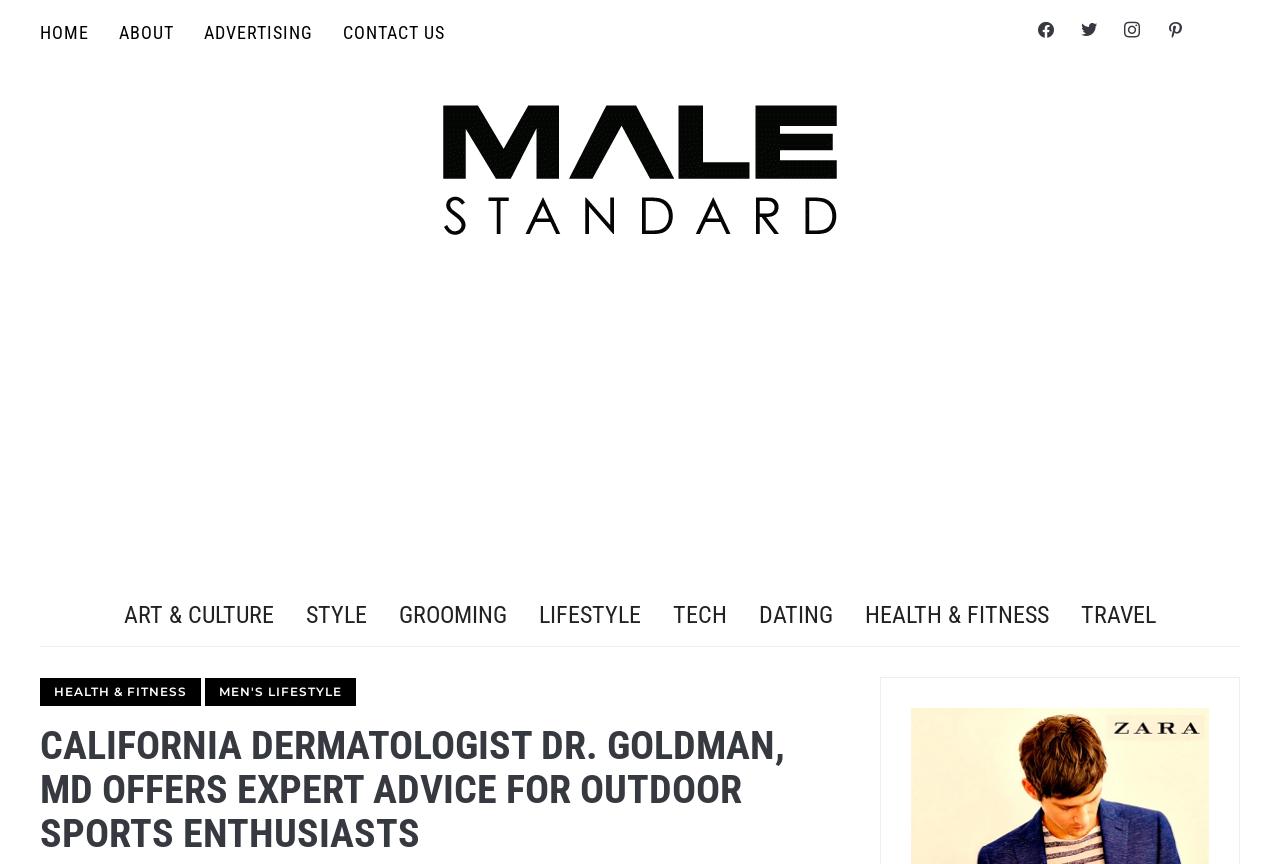  What do you see at coordinates (199, 613) in the screenshot?
I see `'Art & Culture'` at bounding box center [199, 613].